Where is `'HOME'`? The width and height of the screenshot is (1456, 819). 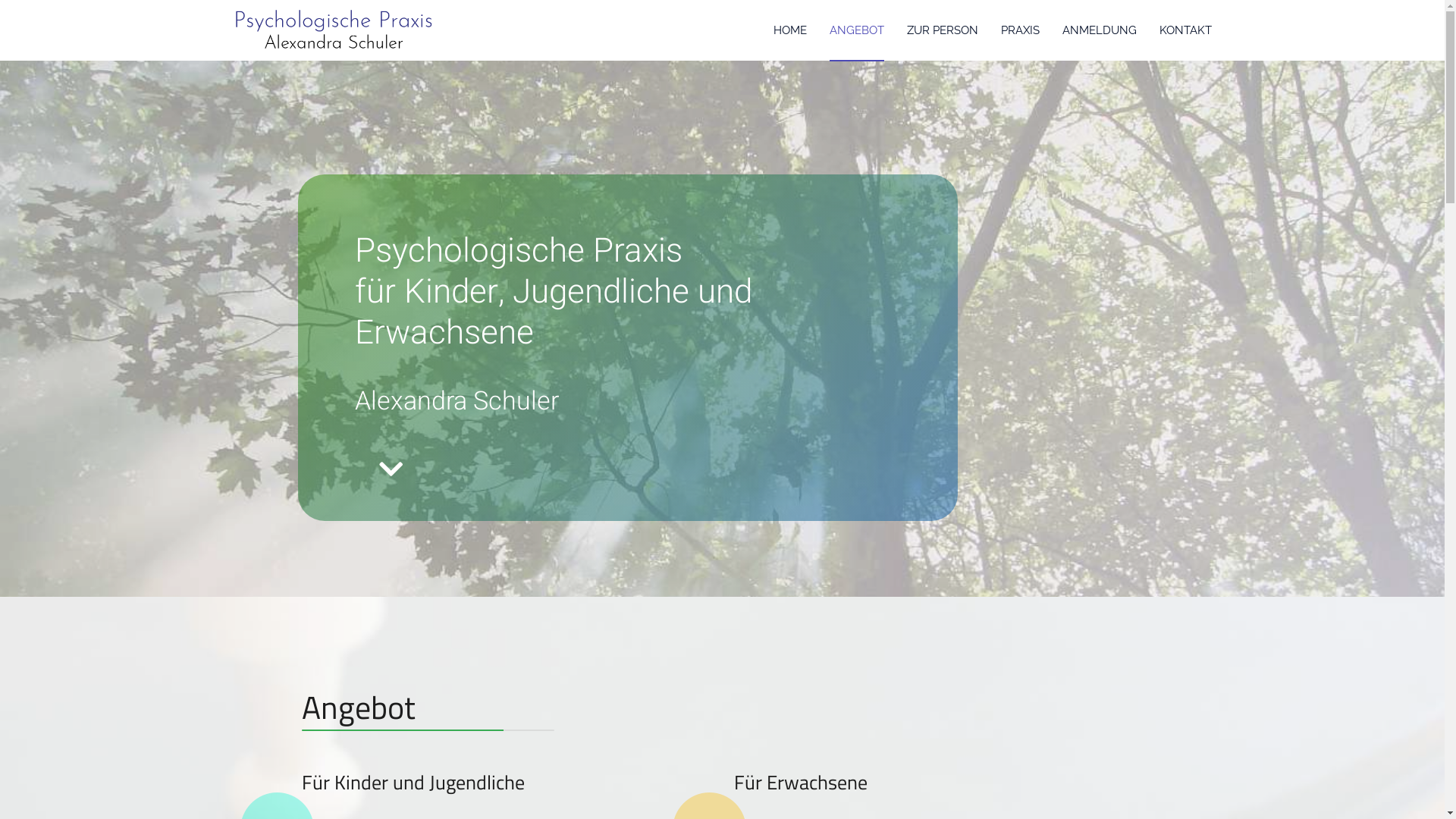
'HOME' is located at coordinates (789, 30).